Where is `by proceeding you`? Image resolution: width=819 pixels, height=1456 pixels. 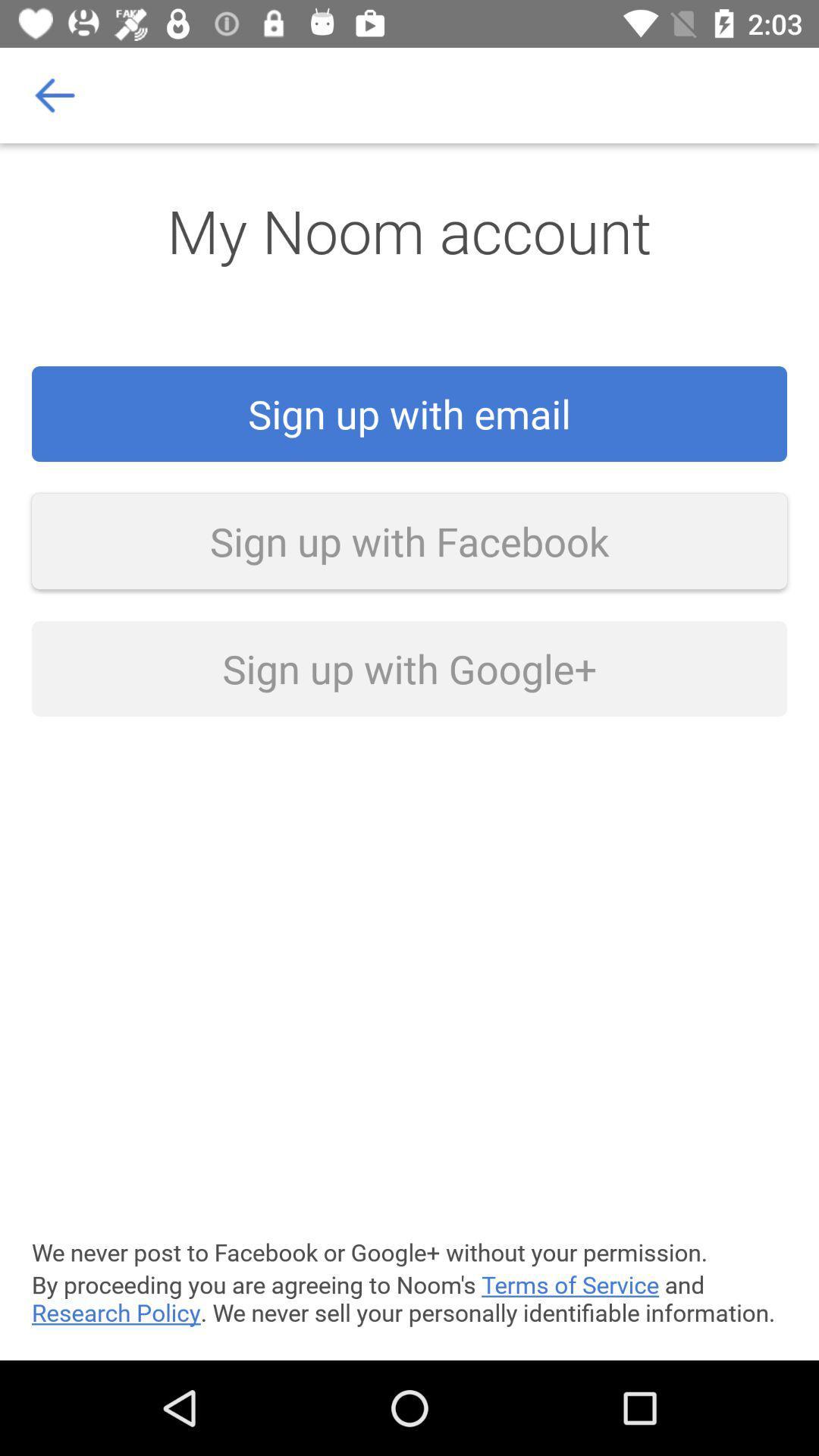
by proceeding you is located at coordinates (409, 1298).